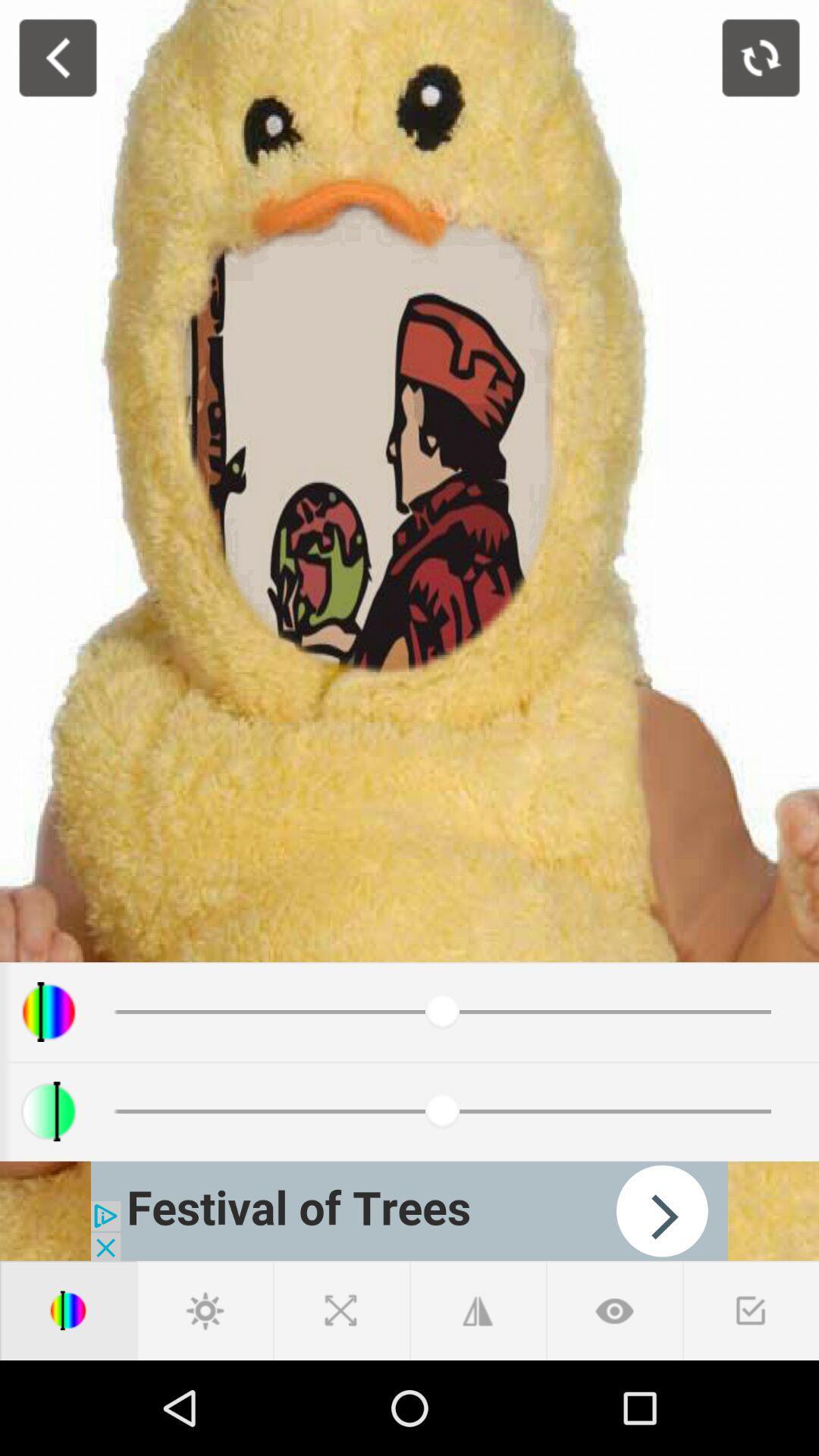  I want to click on close, so click(341, 1310).